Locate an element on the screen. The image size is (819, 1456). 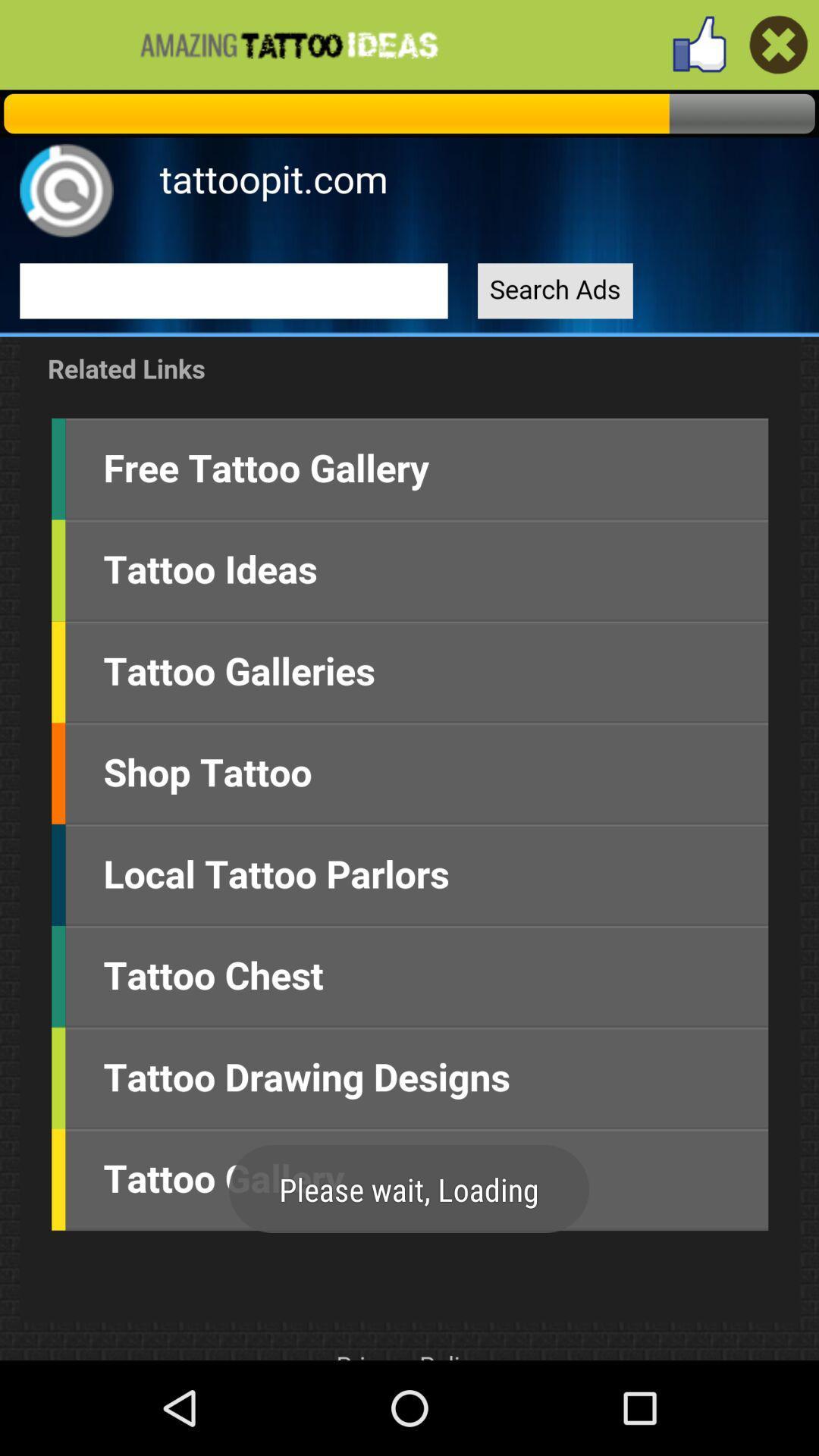
link is located at coordinates (409, 724).